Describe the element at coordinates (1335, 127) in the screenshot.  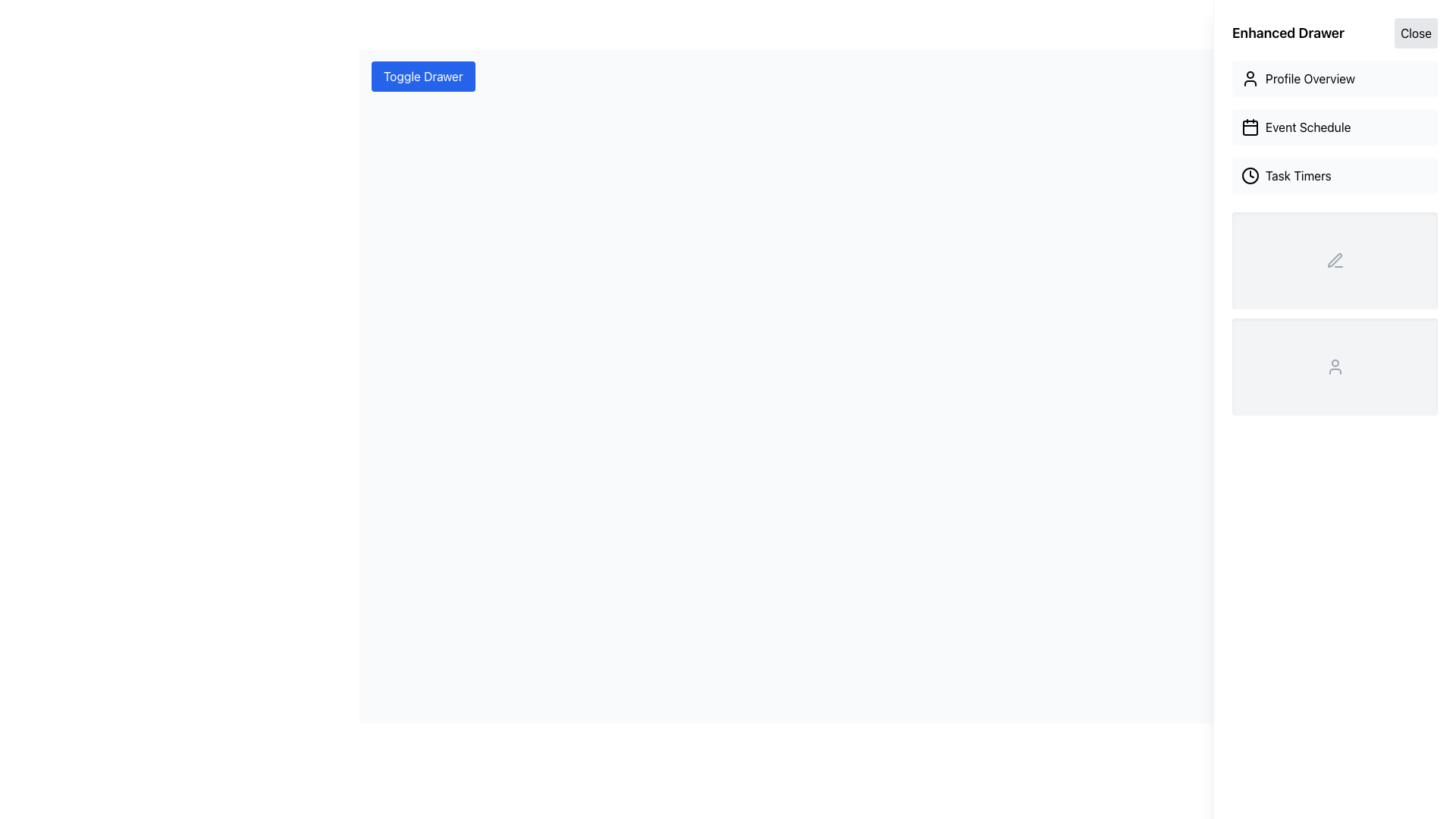
I see `the row in the vertical navigational menu labeled 'Enhanced Drawer'` at that location.